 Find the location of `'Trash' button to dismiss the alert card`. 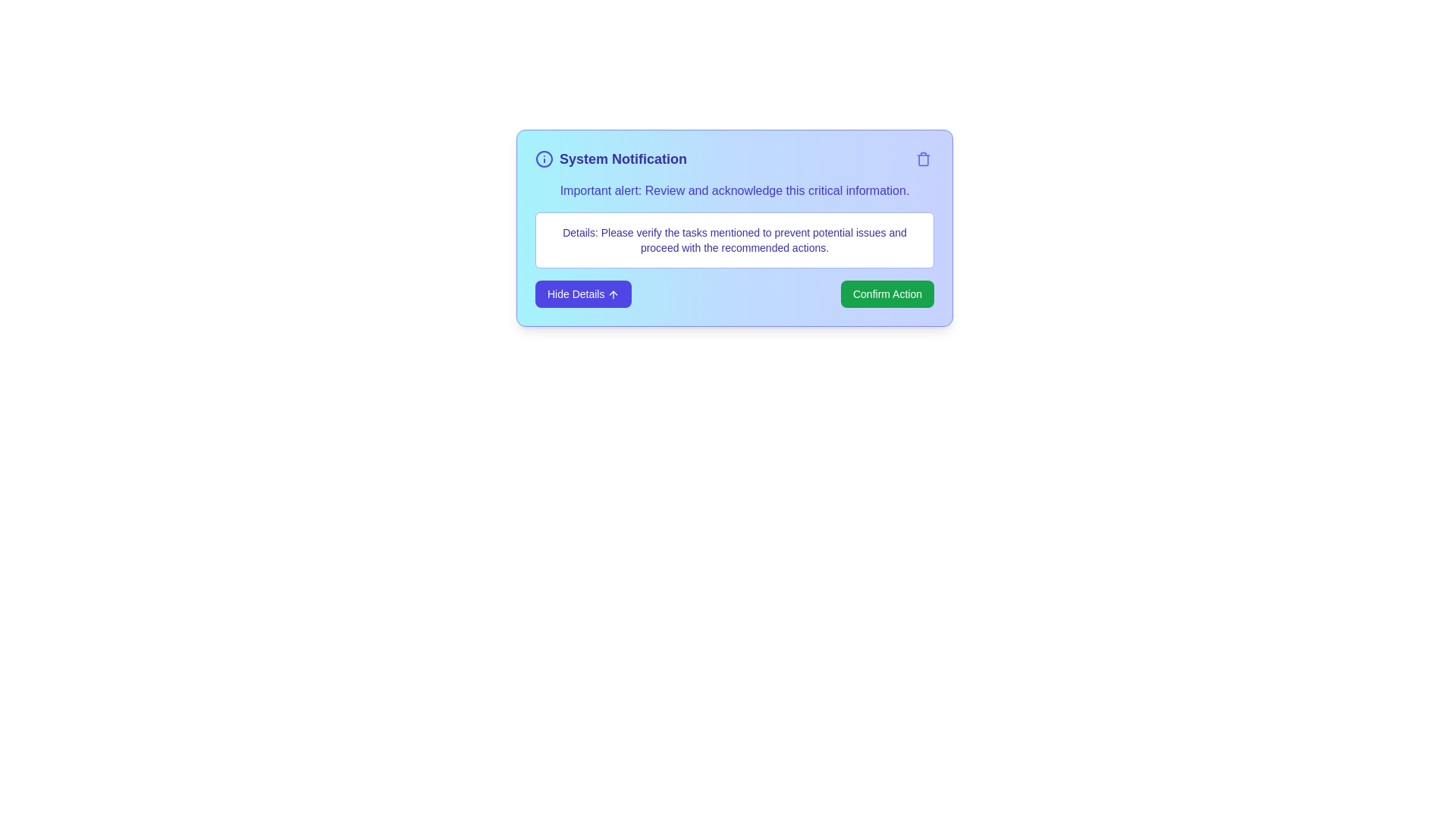

'Trash' button to dismiss the alert card is located at coordinates (923, 158).